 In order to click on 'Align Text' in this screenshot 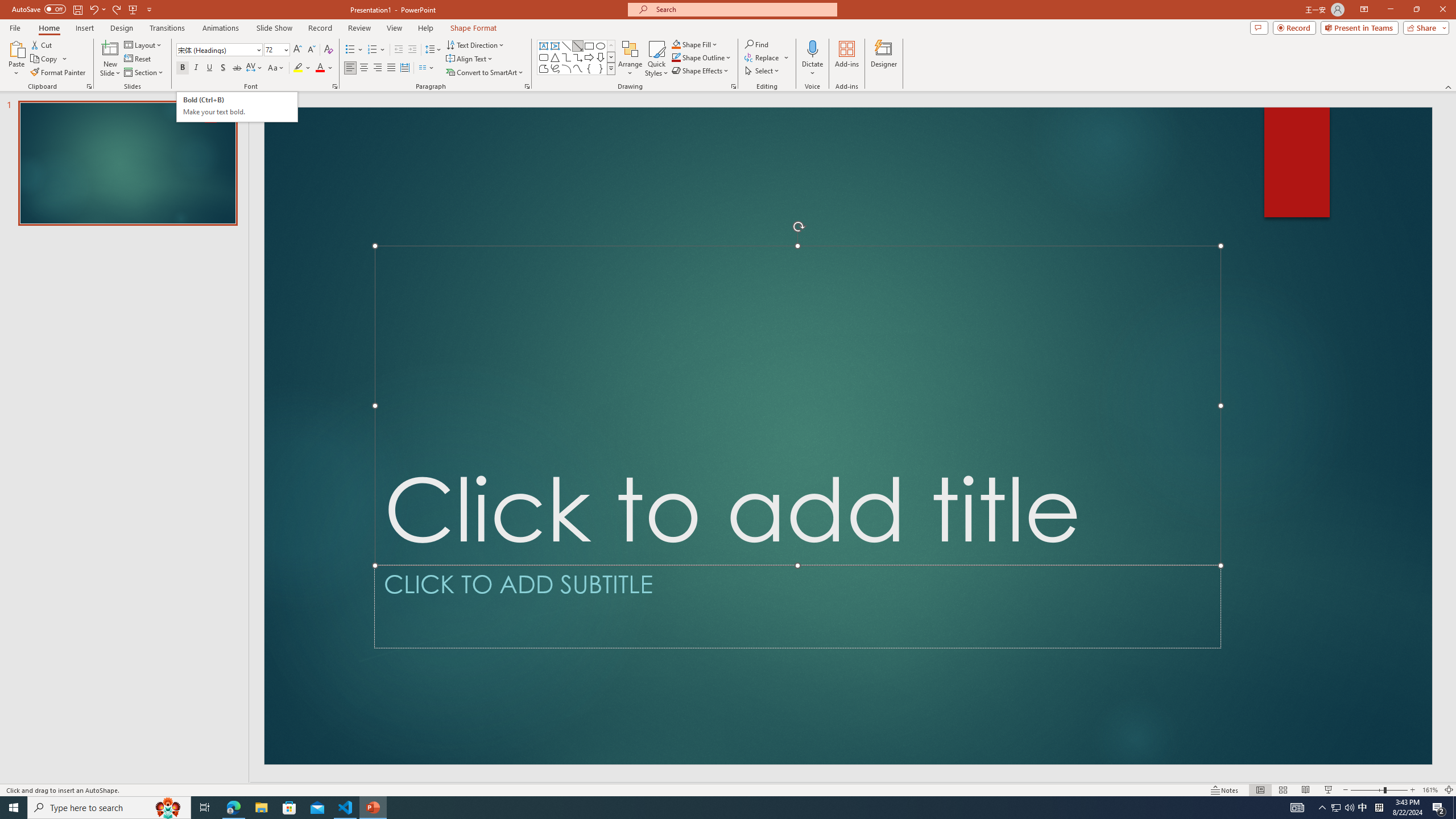, I will do `click(470, 59)`.